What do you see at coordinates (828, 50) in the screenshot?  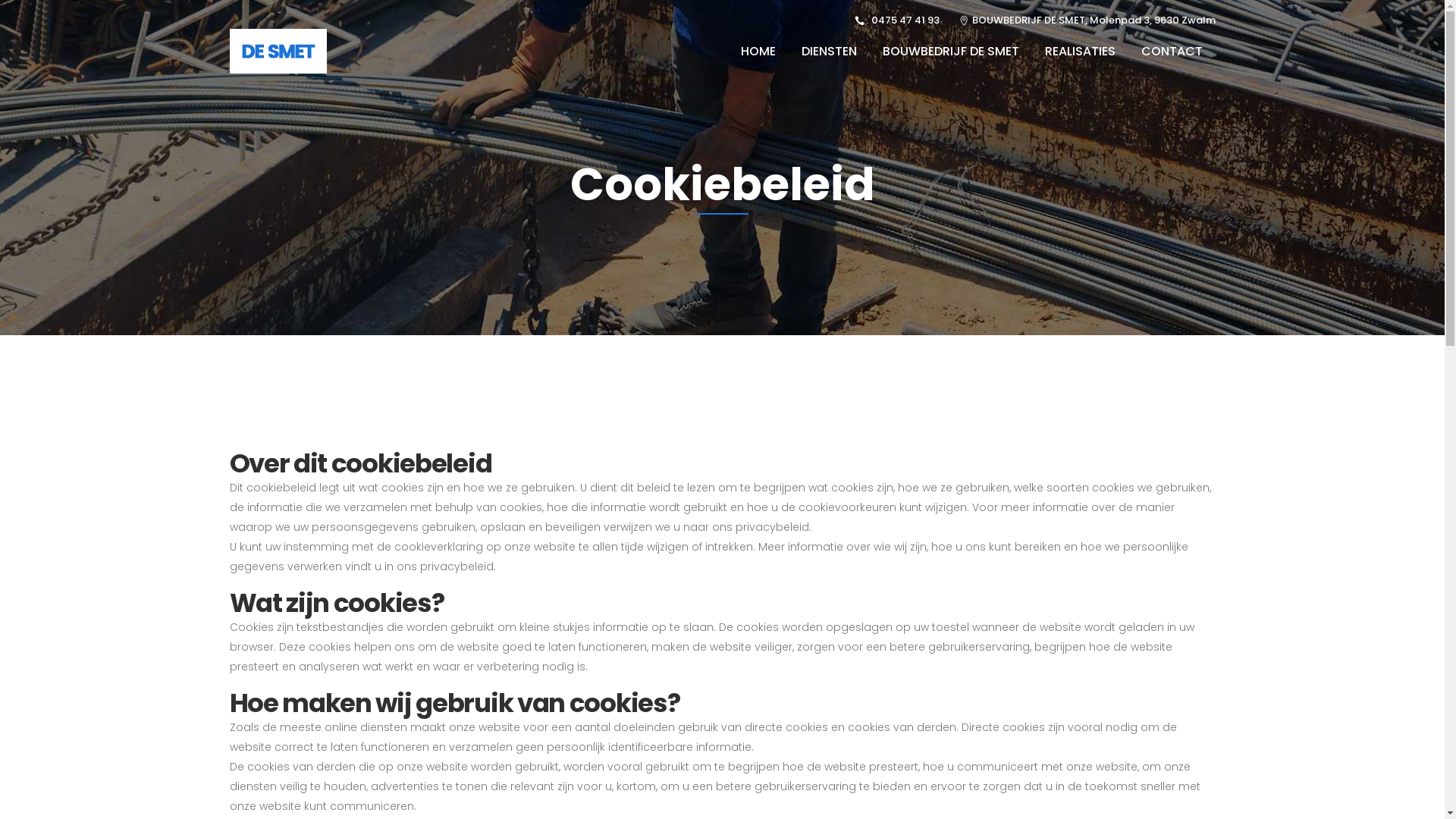 I see `'DIENSTEN'` at bounding box center [828, 50].